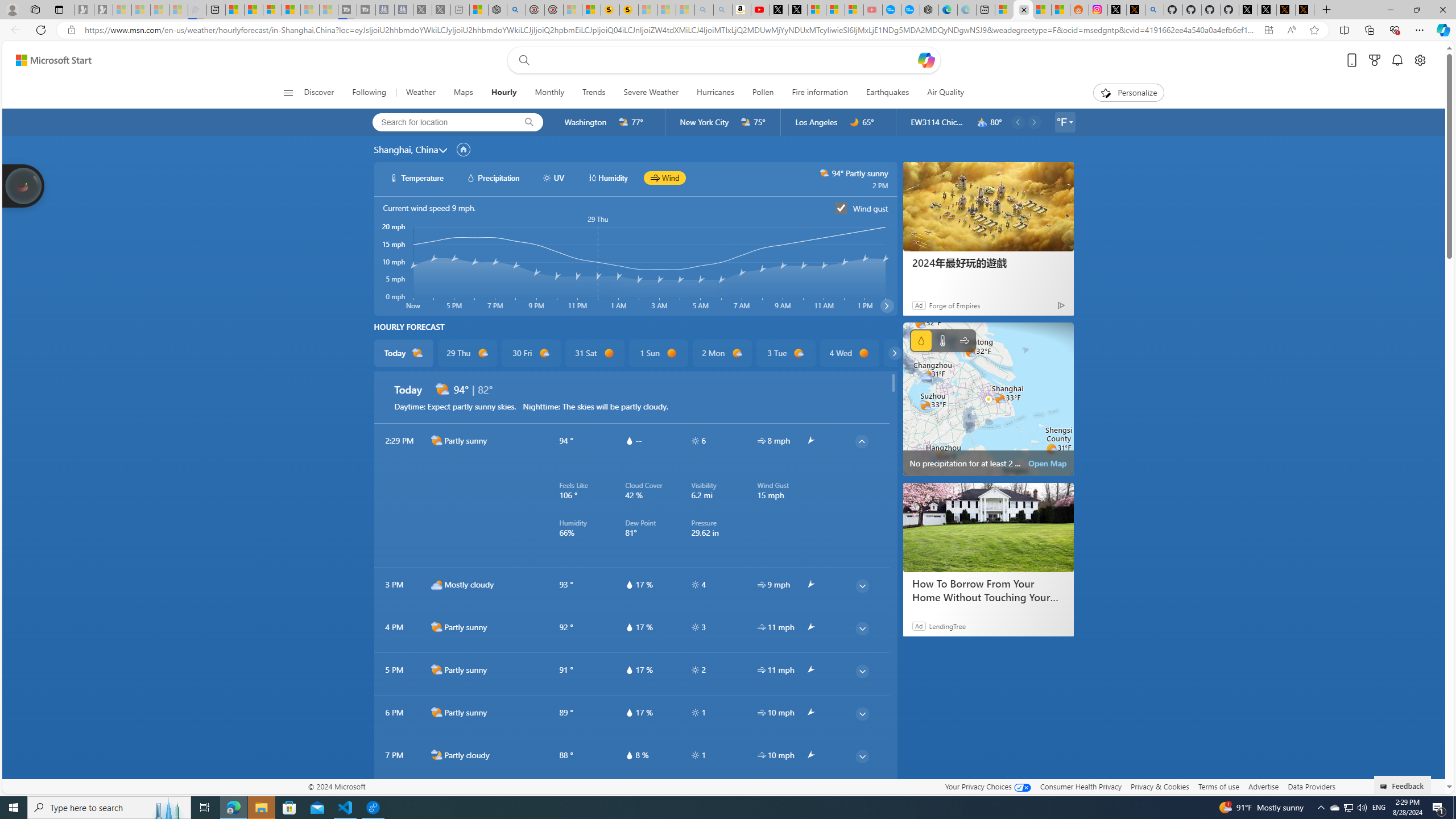 The image size is (1456, 819). Describe the element at coordinates (695, 754) in the screenshot. I see `'hourlyTable/uv'` at that location.